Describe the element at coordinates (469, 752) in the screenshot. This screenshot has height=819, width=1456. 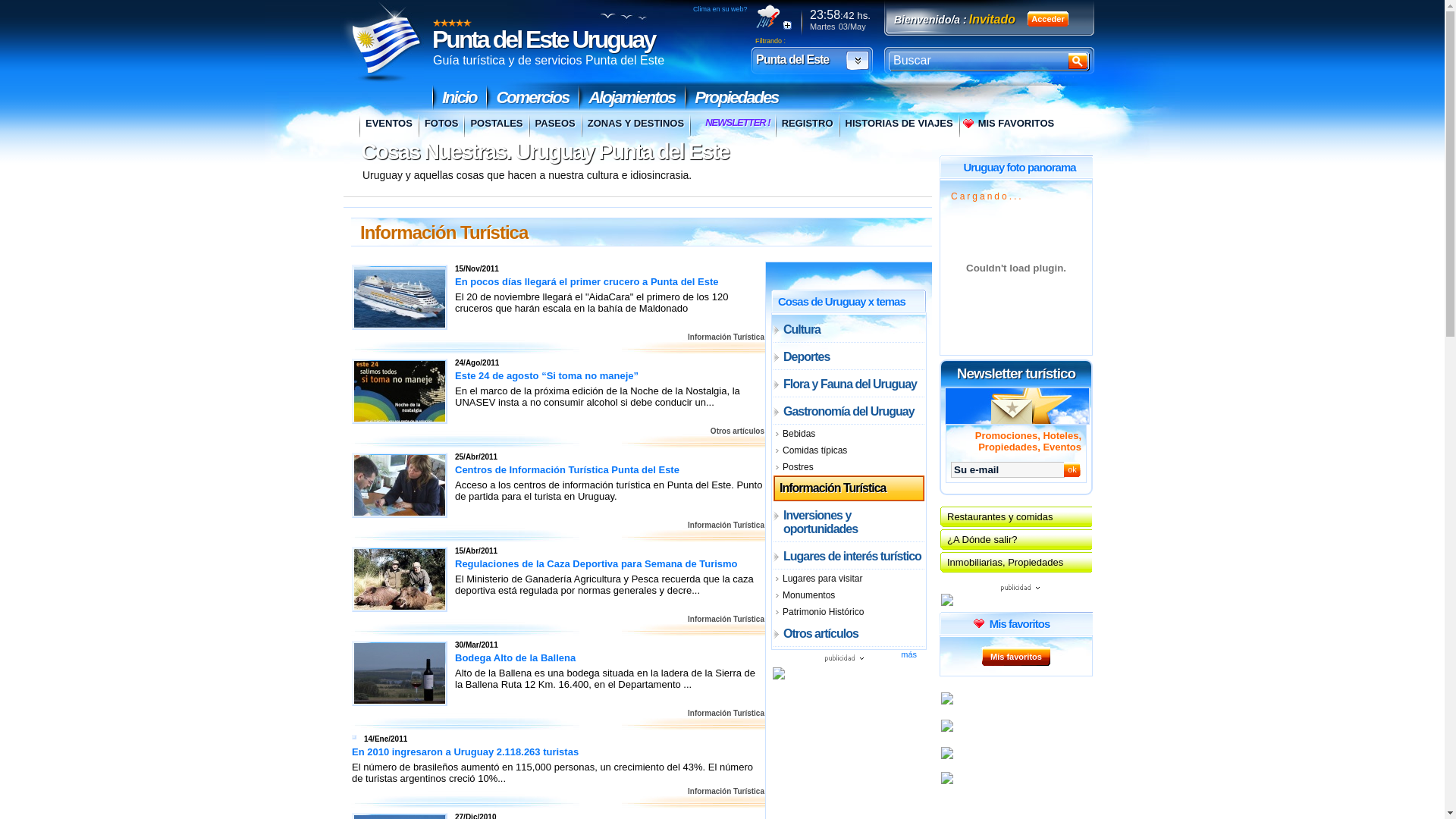
I see `'En 2010 ingresaron a Uruguay 2.118.263 turistas'` at that location.